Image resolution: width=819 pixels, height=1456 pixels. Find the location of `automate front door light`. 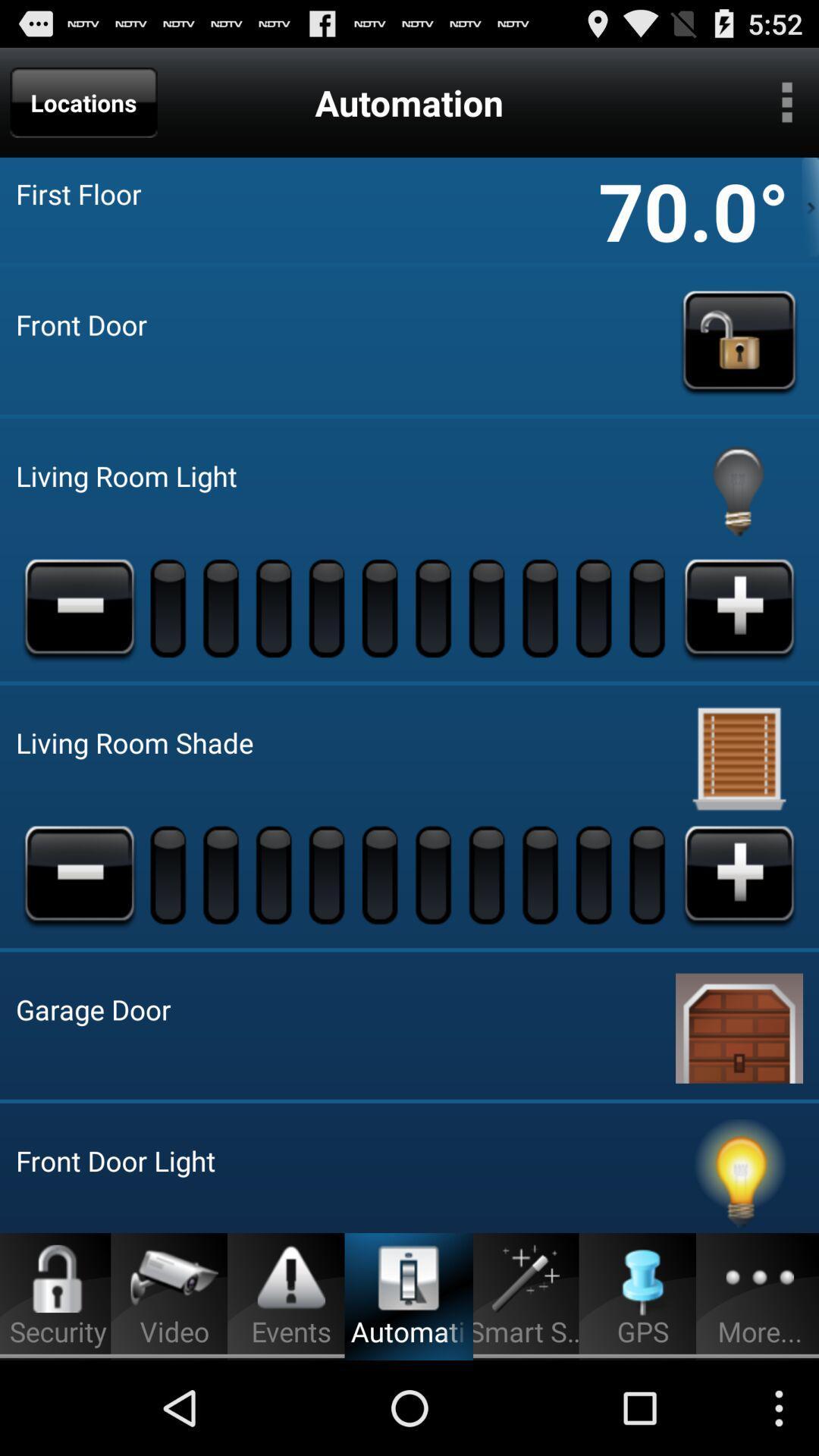

automate front door light is located at coordinates (739, 1175).